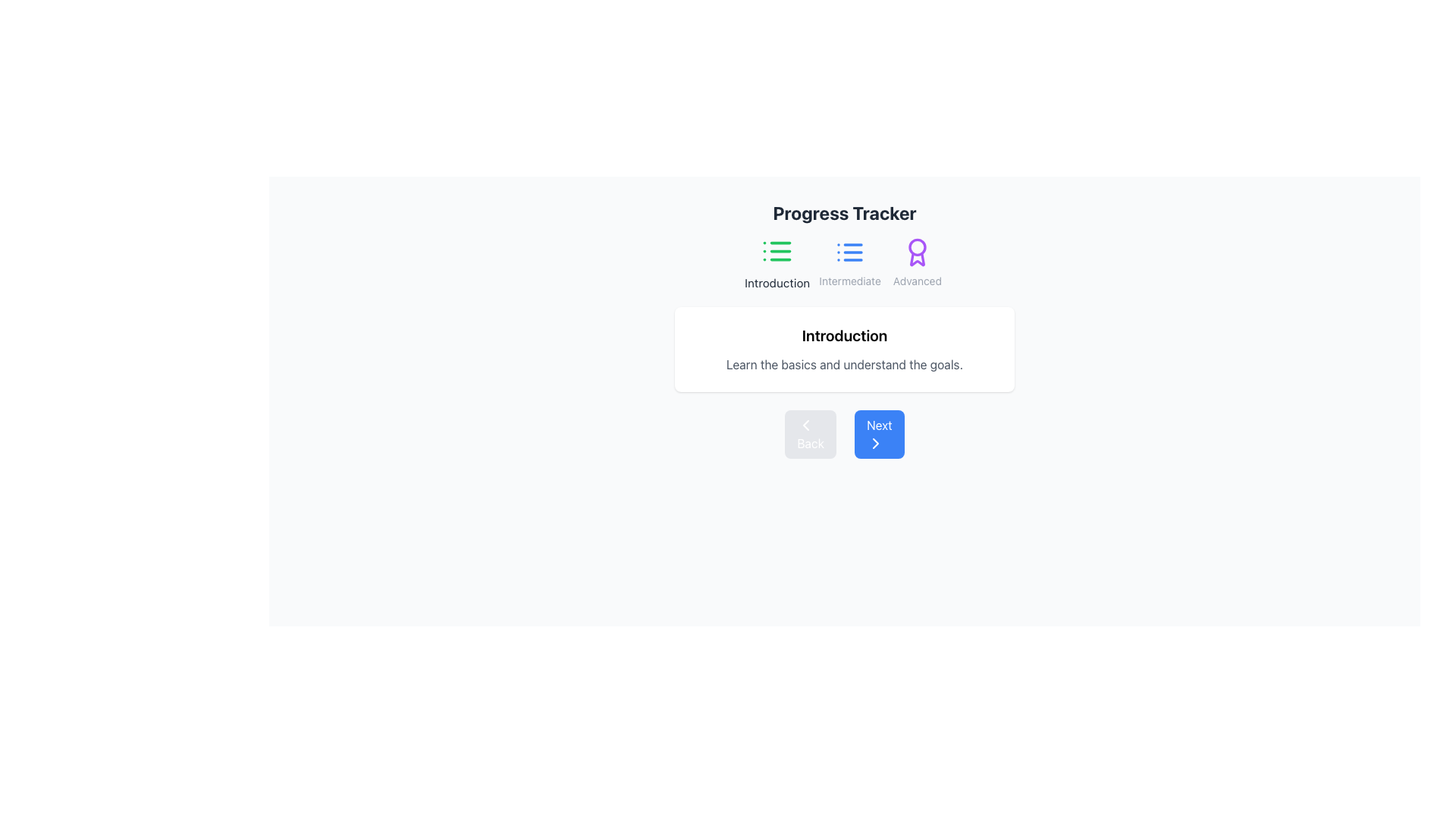 This screenshot has height=819, width=1456. What do you see at coordinates (777, 250) in the screenshot?
I see `the green list icon with three horizontal lines and three circles` at bounding box center [777, 250].